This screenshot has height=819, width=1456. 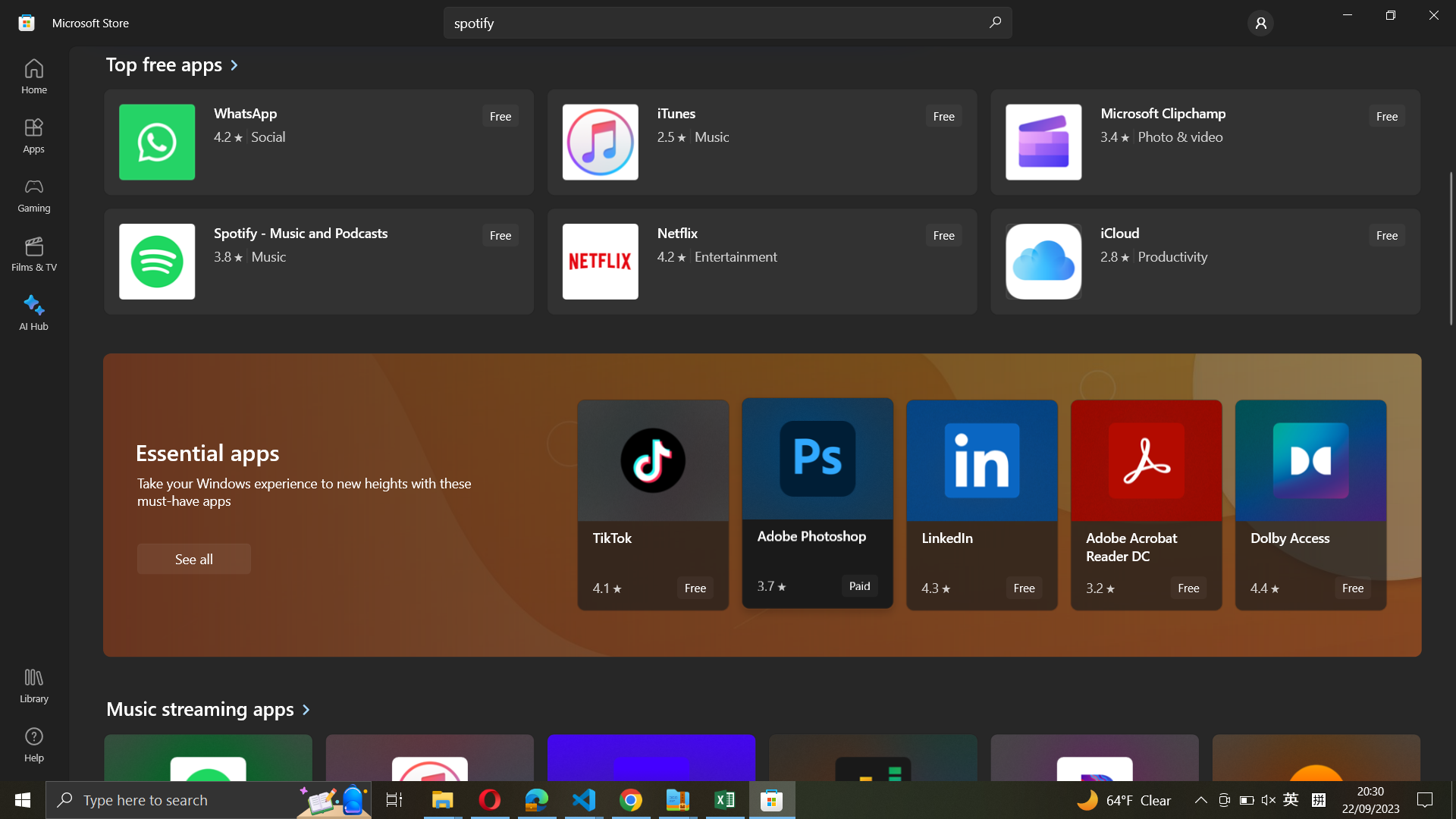 I want to click on Activate Microsoft Clipchamp, so click(x=1203, y=141).